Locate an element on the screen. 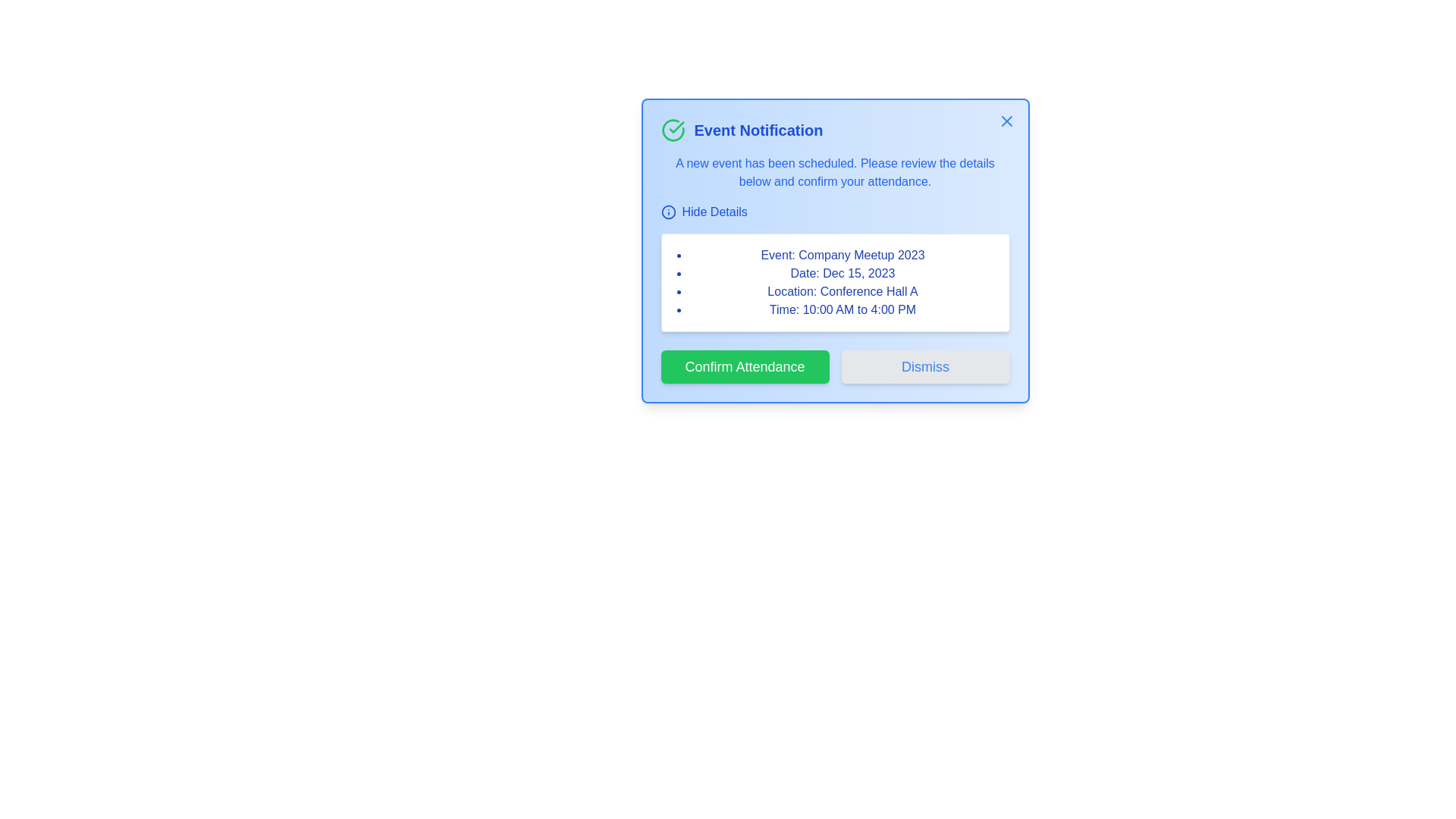 The width and height of the screenshot is (1456, 819). the 'Dismiss' button to dismiss the notification is located at coordinates (924, 366).